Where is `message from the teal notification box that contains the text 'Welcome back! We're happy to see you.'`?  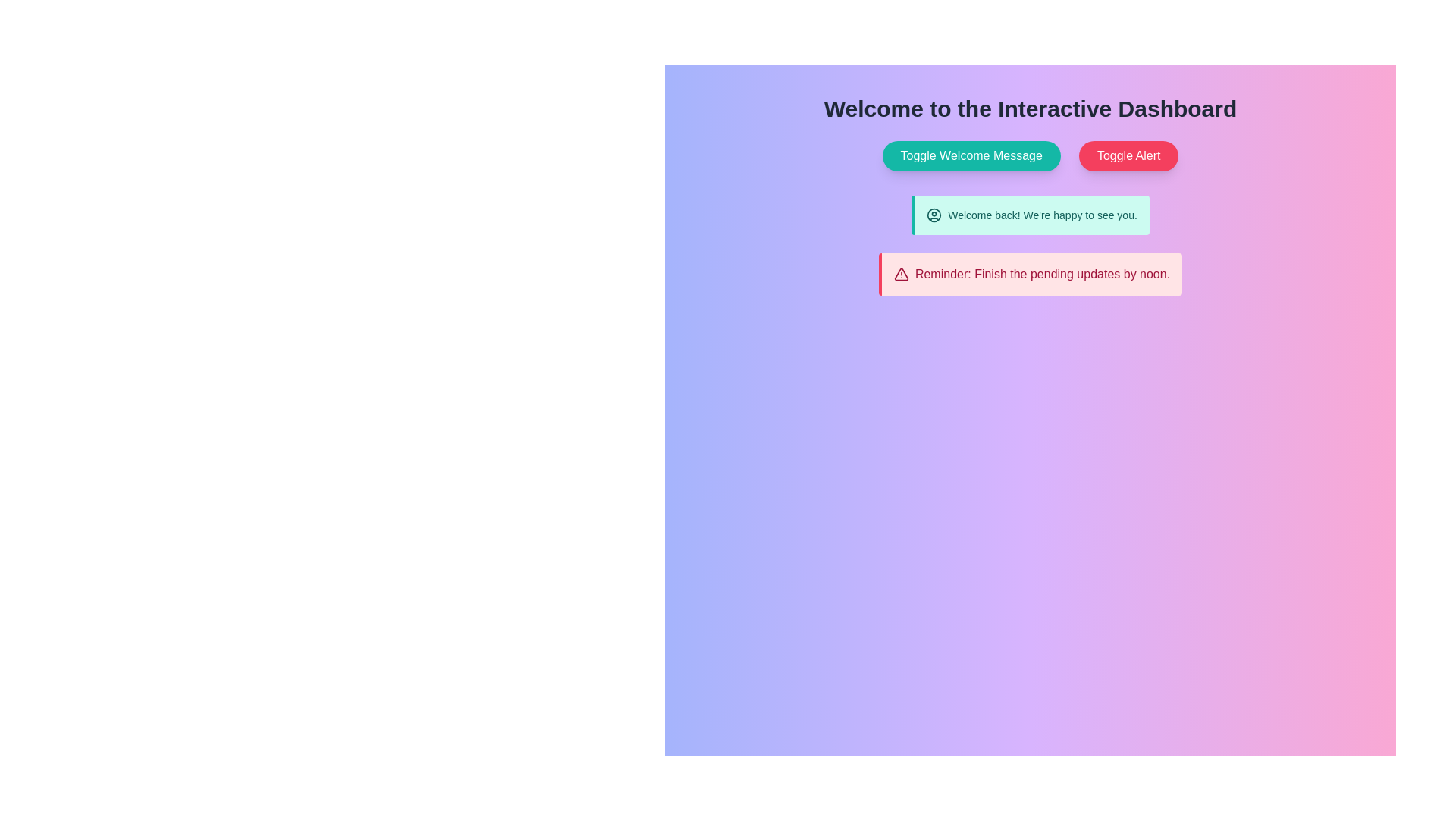 message from the teal notification box that contains the text 'Welcome back! We're happy to see you.' is located at coordinates (1030, 215).